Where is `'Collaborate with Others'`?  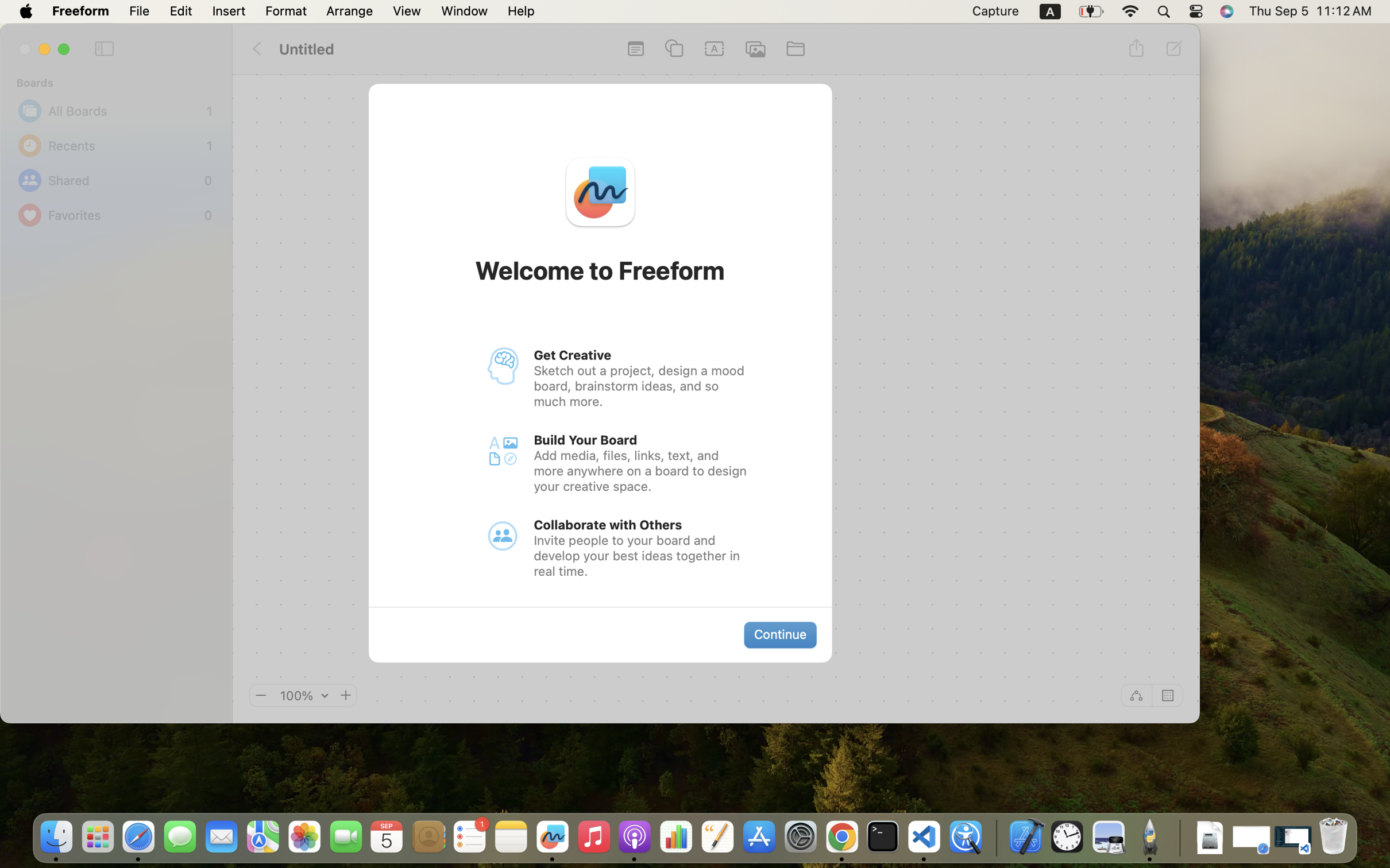 'Collaborate with Others' is located at coordinates (608, 524).